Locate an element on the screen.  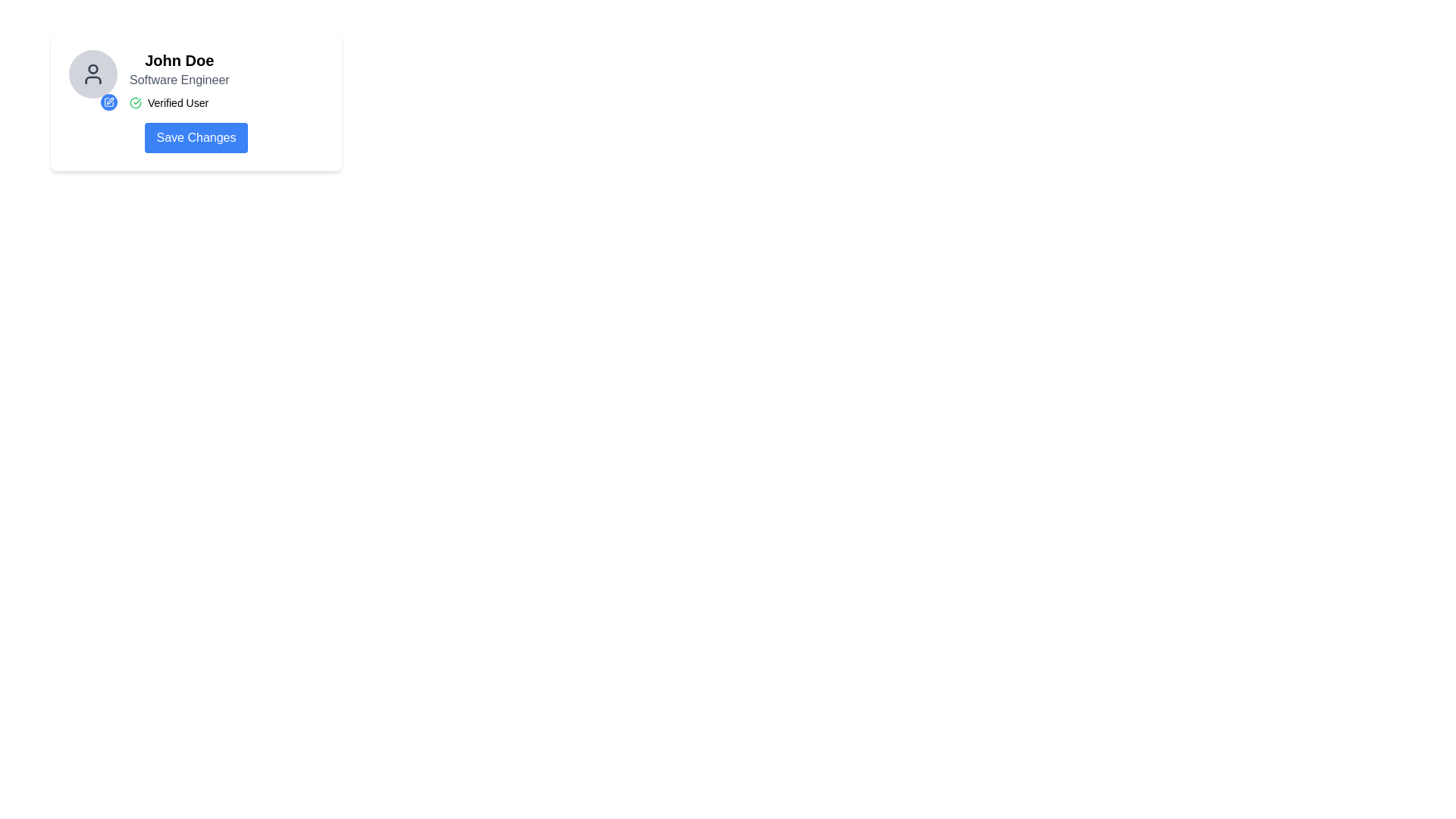
the non-interactive label indicating user verification located below 'John Doe' and 'Software Engineer', aligned to the left of the 'Save Changes' button is located at coordinates (179, 102).